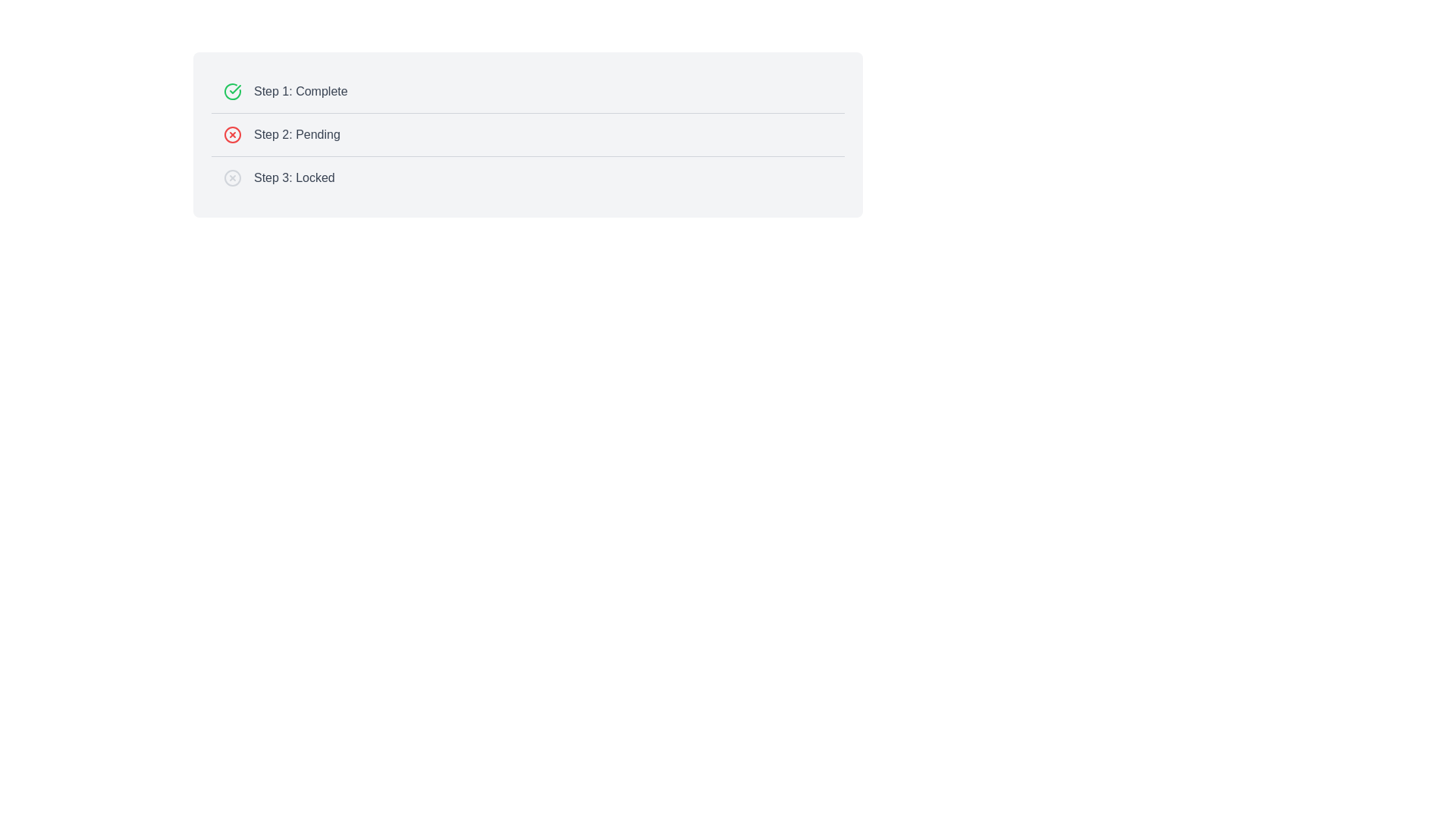 Image resolution: width=1456 pixels, height=819 pixels. What do you see at coordinates (294, 177) in the screenshot?
I see `text from the third step in the status sequence, which indicates it is locked or unavailable for action` at bounding box center [294, 177].